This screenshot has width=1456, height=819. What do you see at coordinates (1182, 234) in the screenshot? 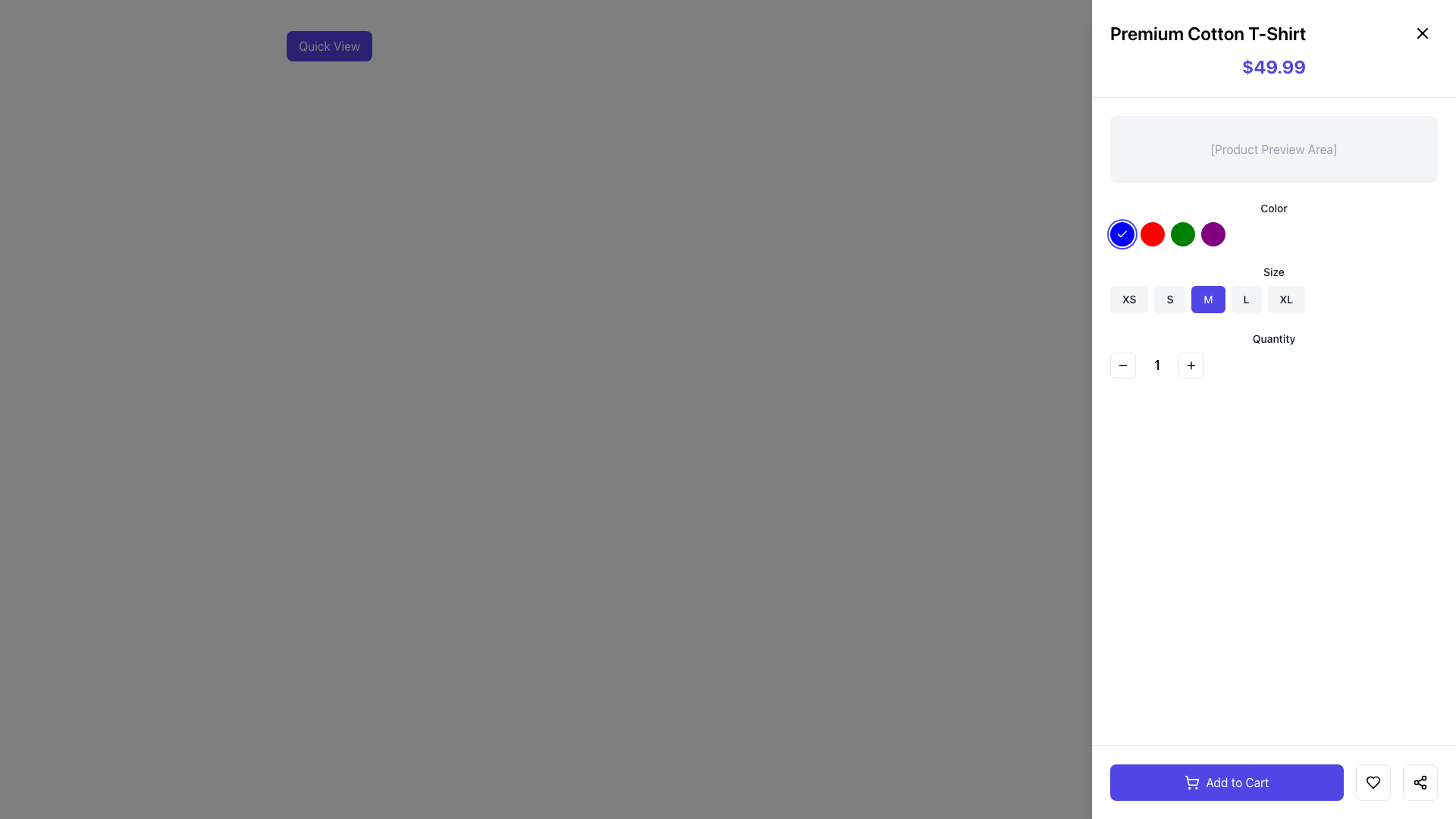
I see `the fourth circular color selection button with a green background, located under the 'Color' section, to potentially reveal a tooltip` at bounding box center [1182, 234].